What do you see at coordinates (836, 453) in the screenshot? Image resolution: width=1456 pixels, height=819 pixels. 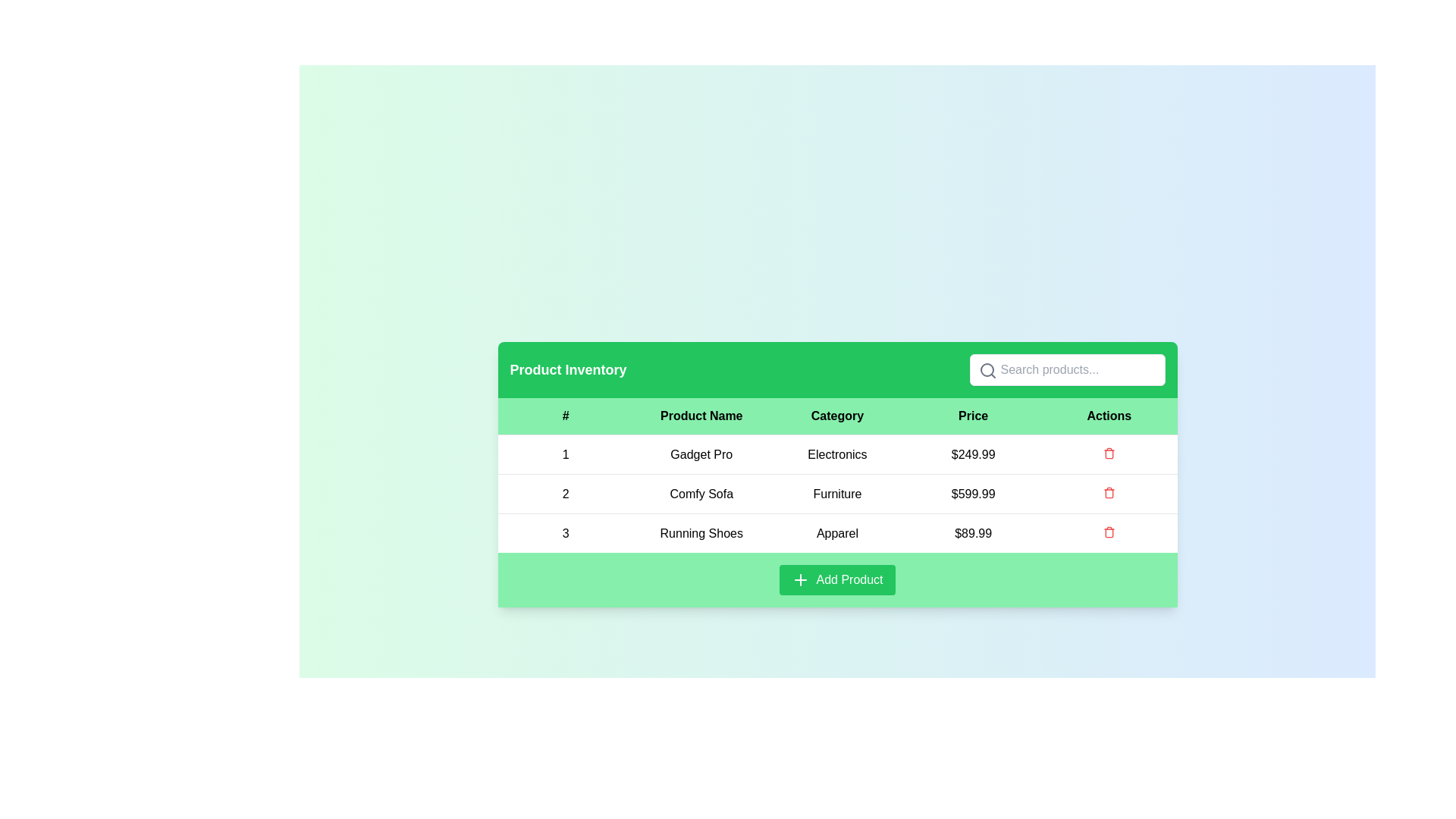 I see `the text element in the first table row that provides information about the product 'Gadget Pro' in the 'Product Inventory' table` at bounding box center [836, 453].